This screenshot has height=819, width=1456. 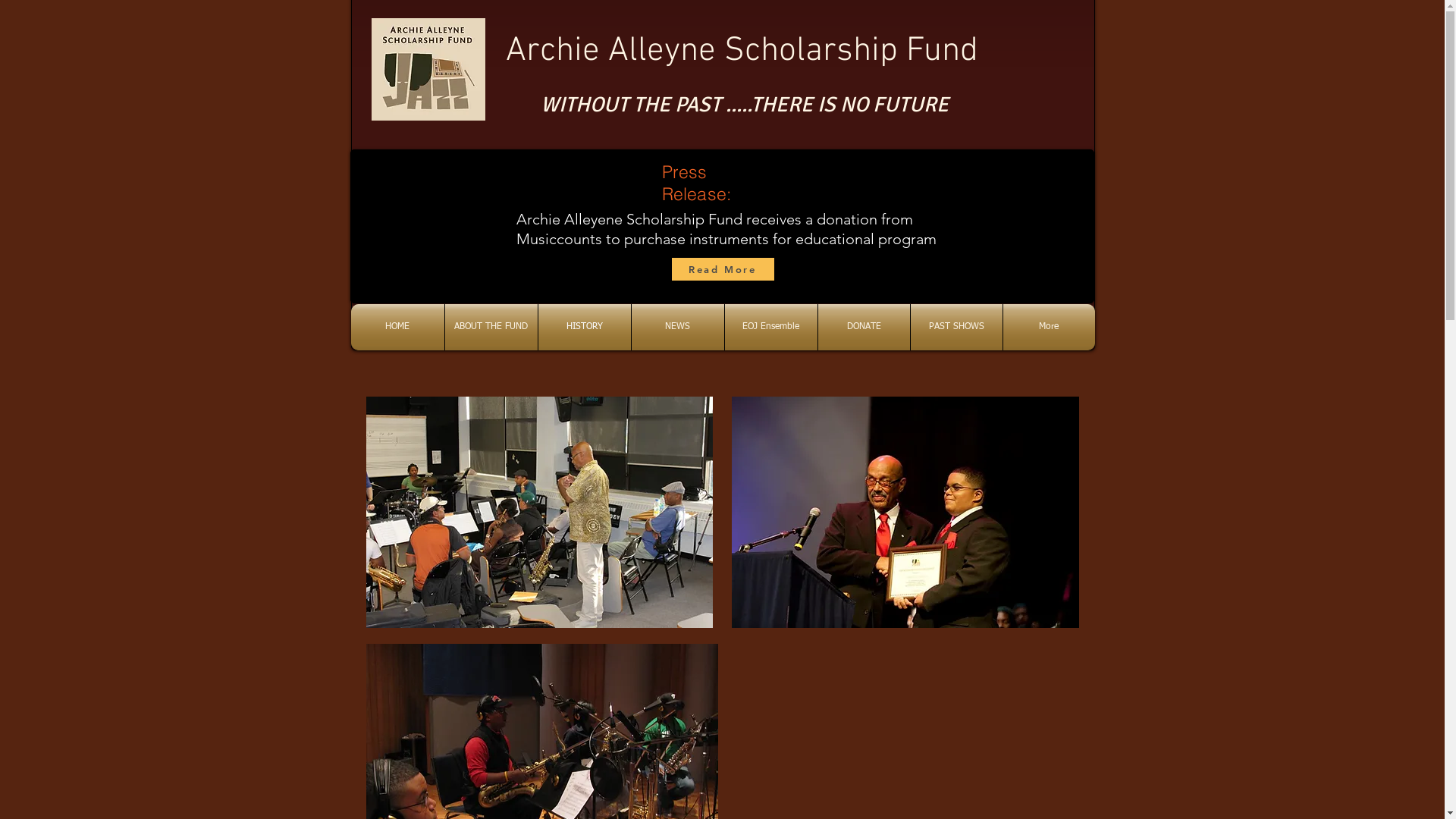 I want to click on 'NEWS', so click(x=676, y=326).